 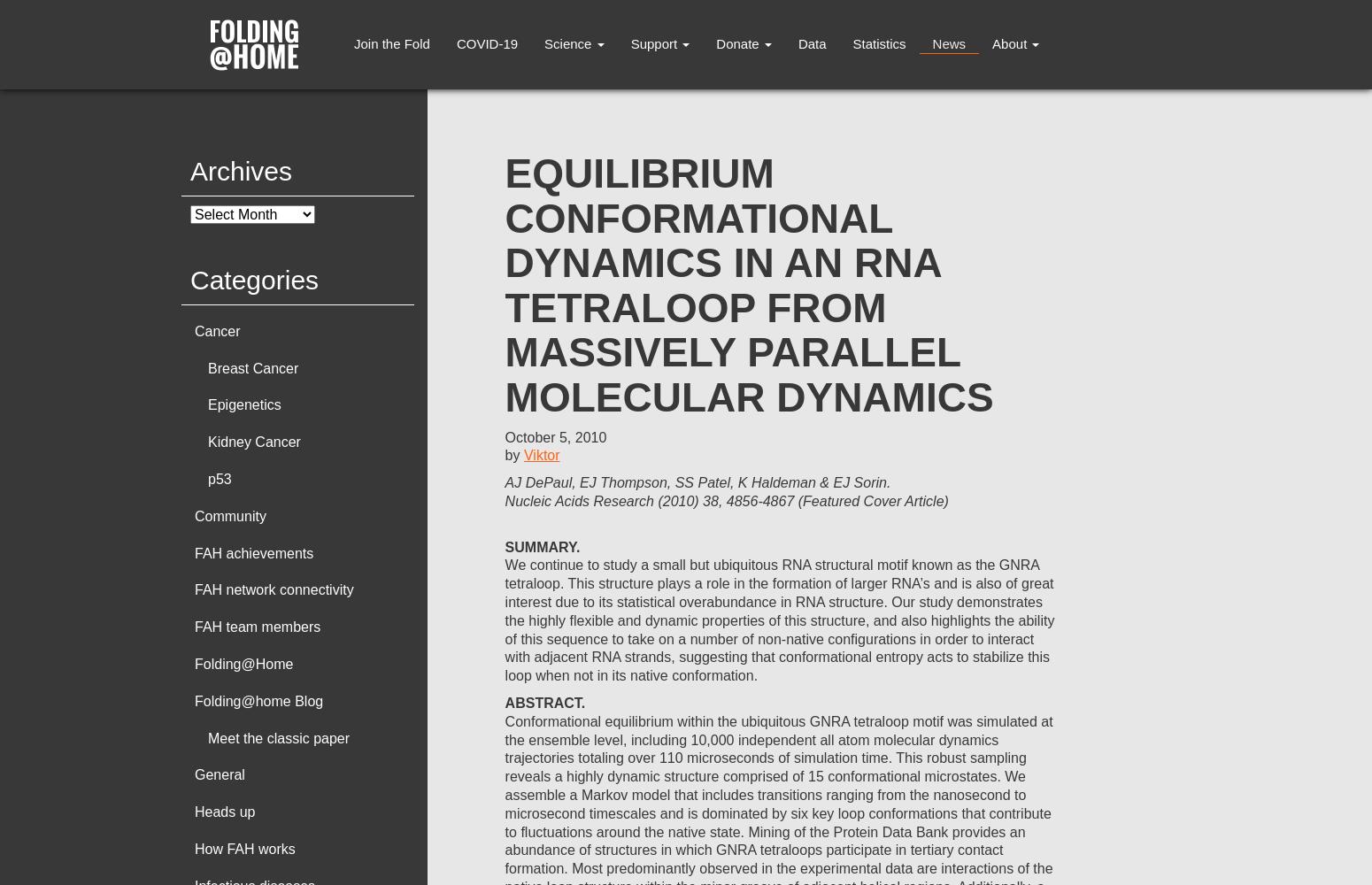 What do you see at coordinates (244, 404) in the screenshot?
I see `'Epigenetics'` at bounding box center [244, 404].